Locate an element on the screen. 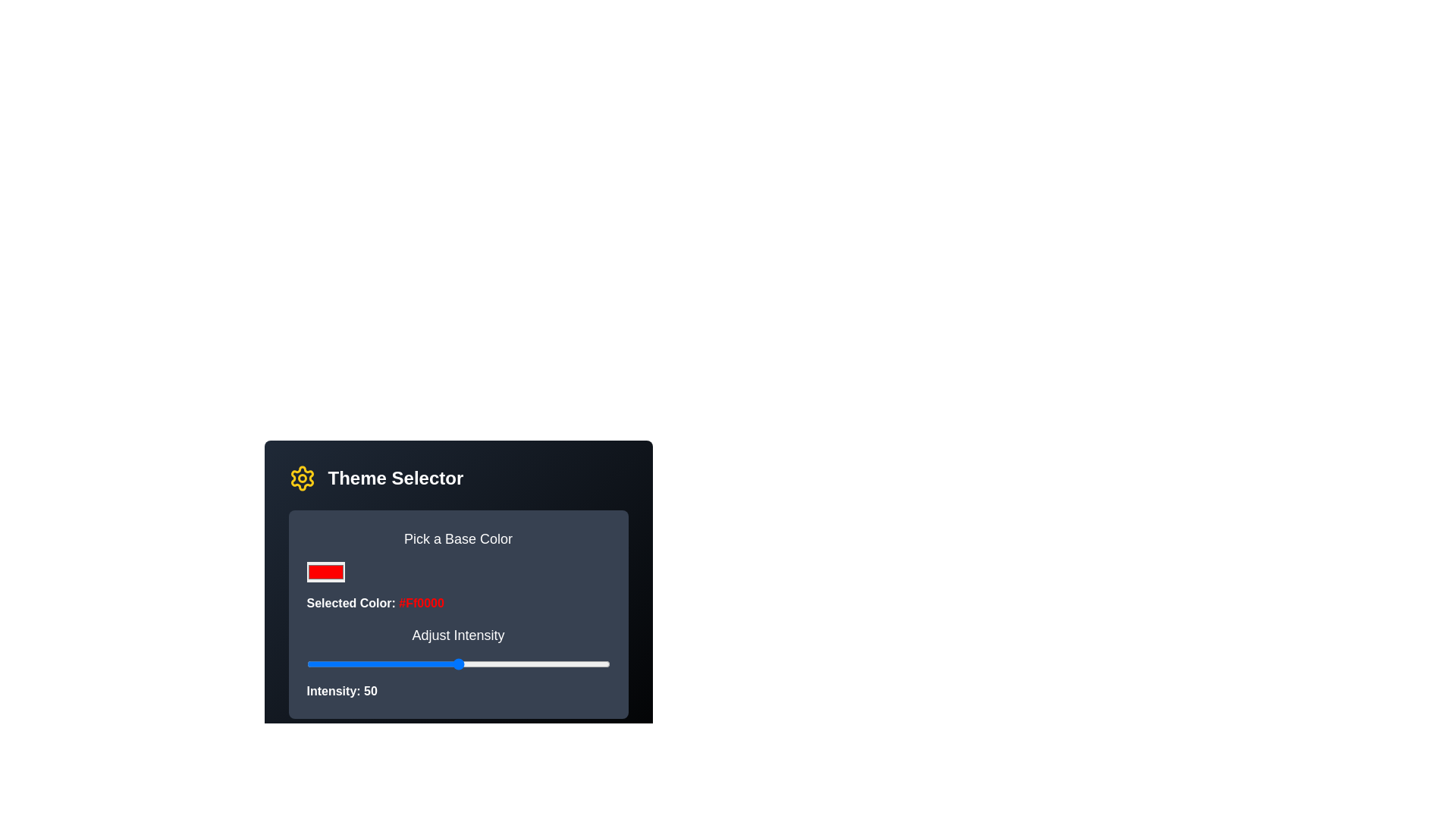  the intensity slider to 83% is located at coordinates (557, 663).